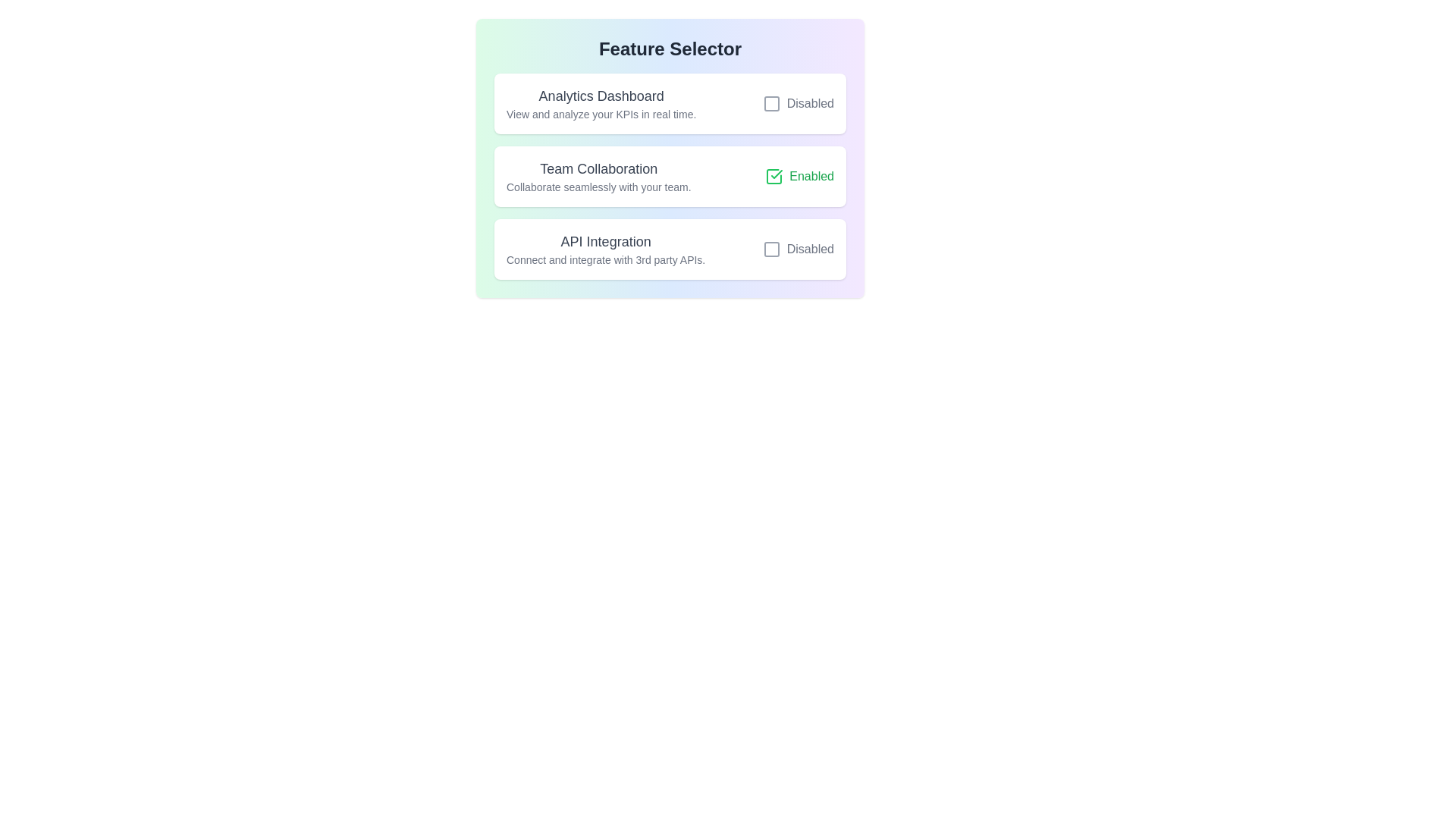 Image resolution: width=1456 pixels, height=819 pixels. I want to click on the title of a feature to select or copy its text, so click(600, 96).